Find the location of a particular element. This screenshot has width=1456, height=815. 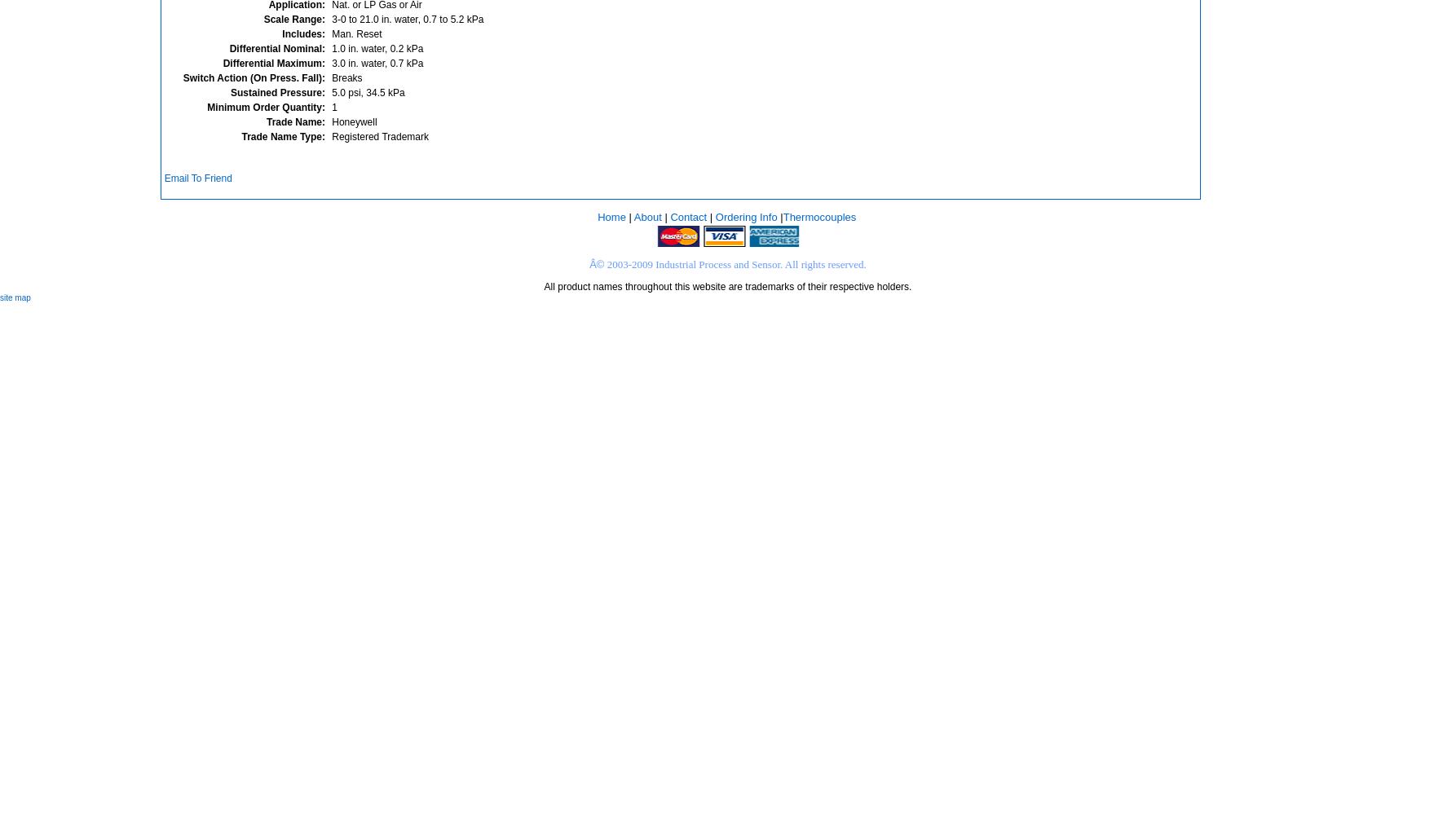

'Switch Action (On Press. Fall):' is located at coordinates (254, 77).